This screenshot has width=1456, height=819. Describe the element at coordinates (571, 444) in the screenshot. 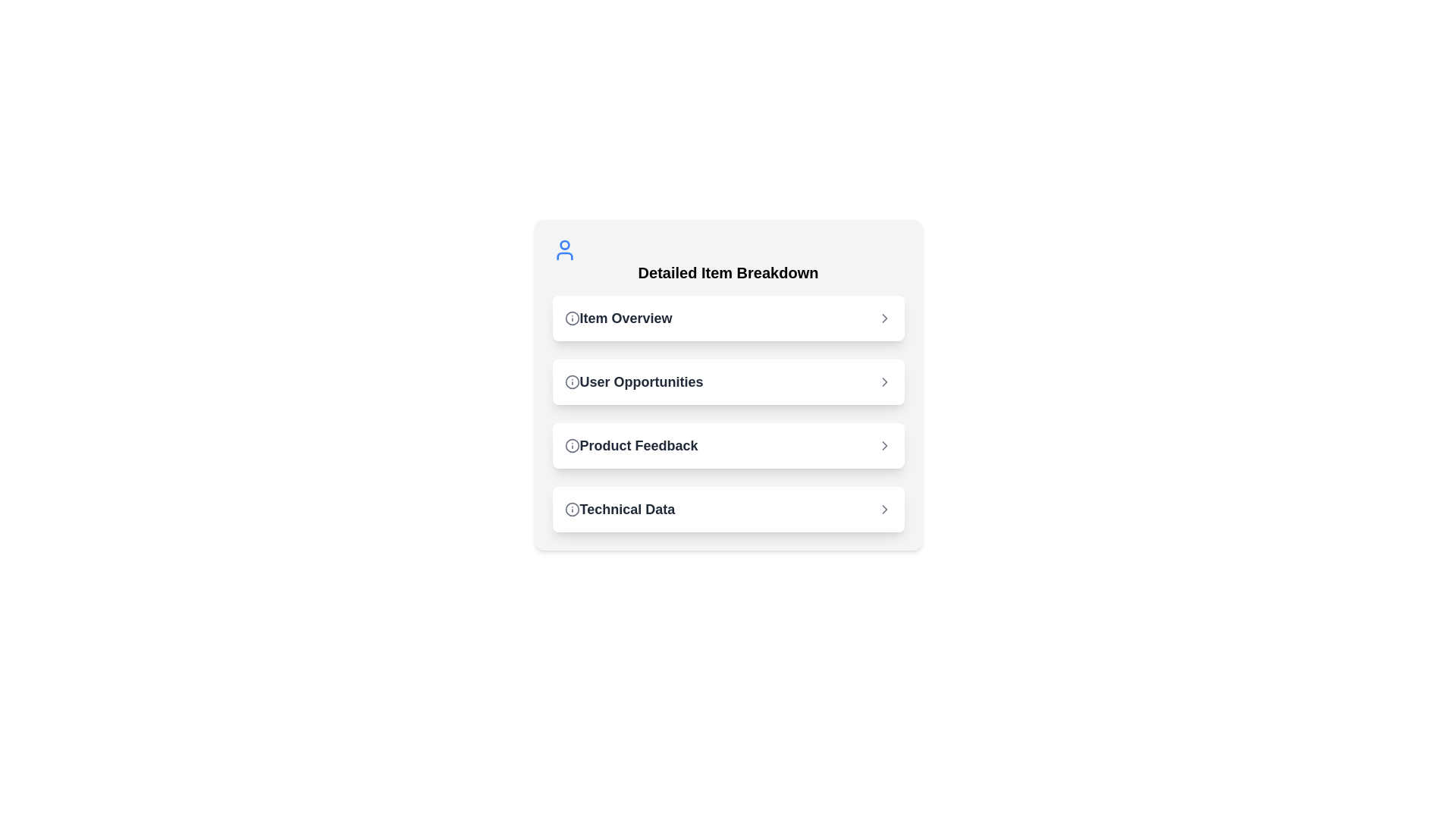

I see `the informational icon with an 'i' symbol, which is gray in color and located to the left of the 'Product Feedback' text in the 'Detailed Item Breakdown' section` at that location.